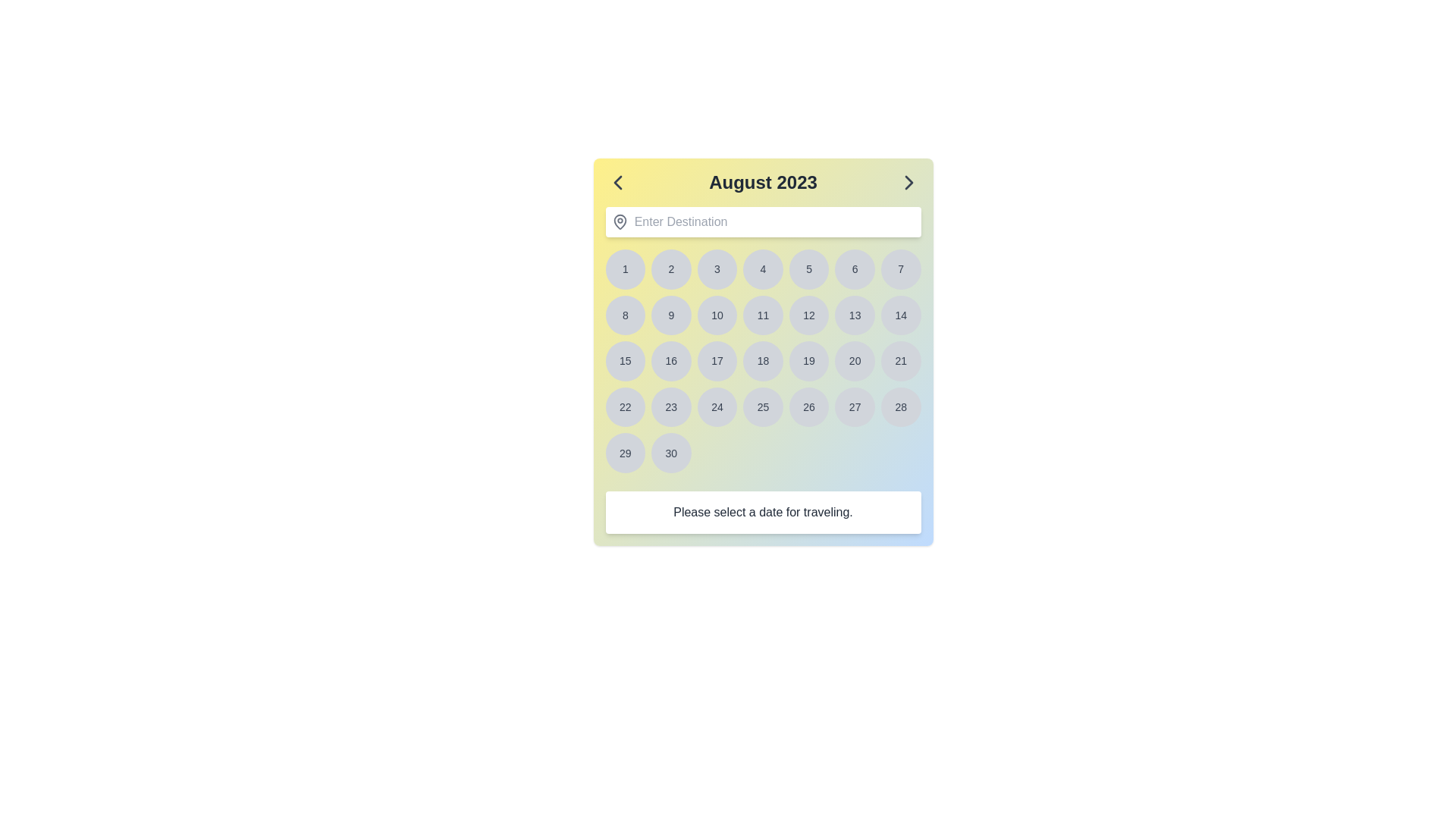 The height and width of the screenshot is (819, 1456). I want to click on the map pin icon located next to the 'Enter Destination' input field, so click(620, 222).